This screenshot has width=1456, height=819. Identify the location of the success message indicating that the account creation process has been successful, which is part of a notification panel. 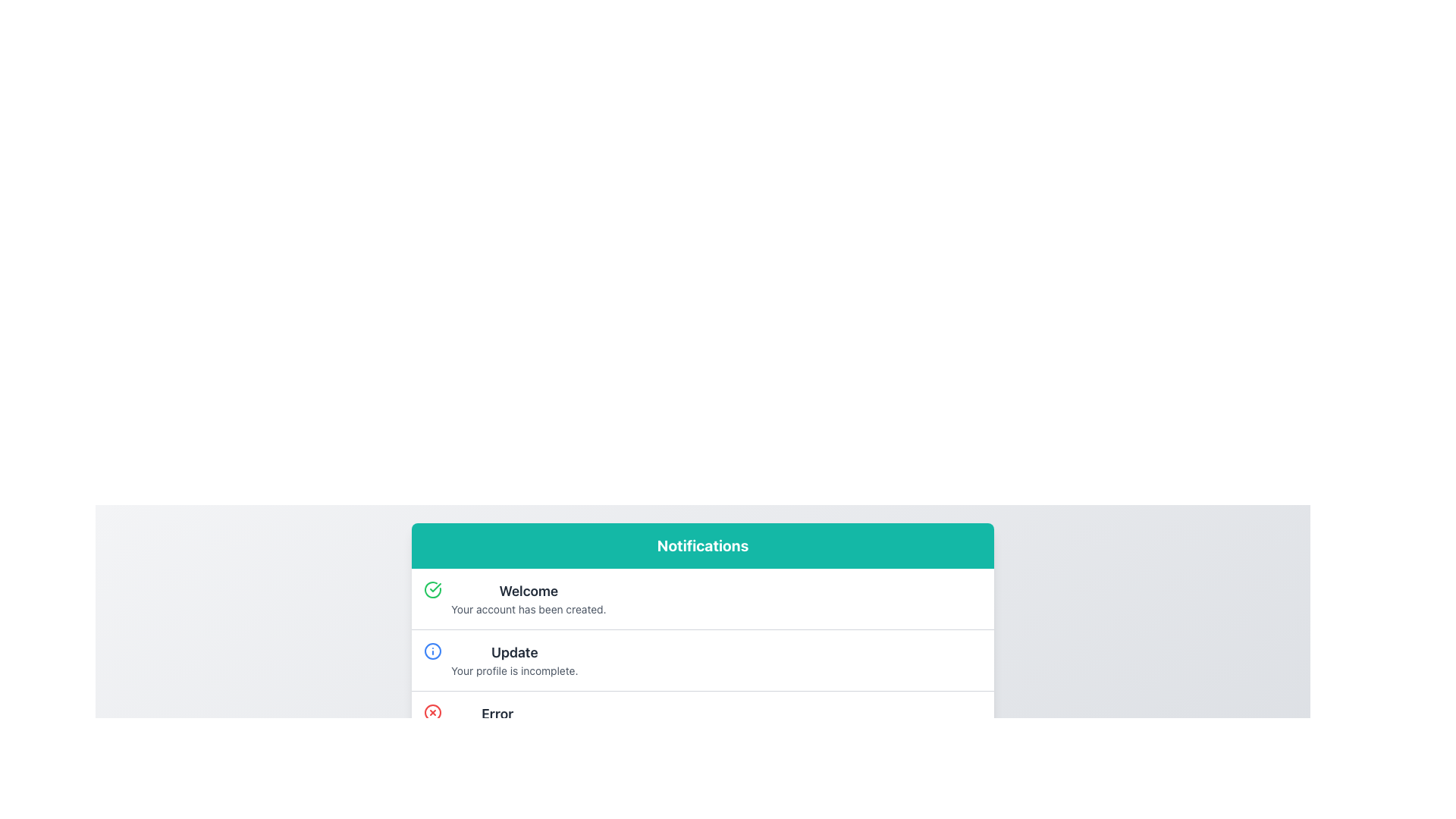
(529, 598).